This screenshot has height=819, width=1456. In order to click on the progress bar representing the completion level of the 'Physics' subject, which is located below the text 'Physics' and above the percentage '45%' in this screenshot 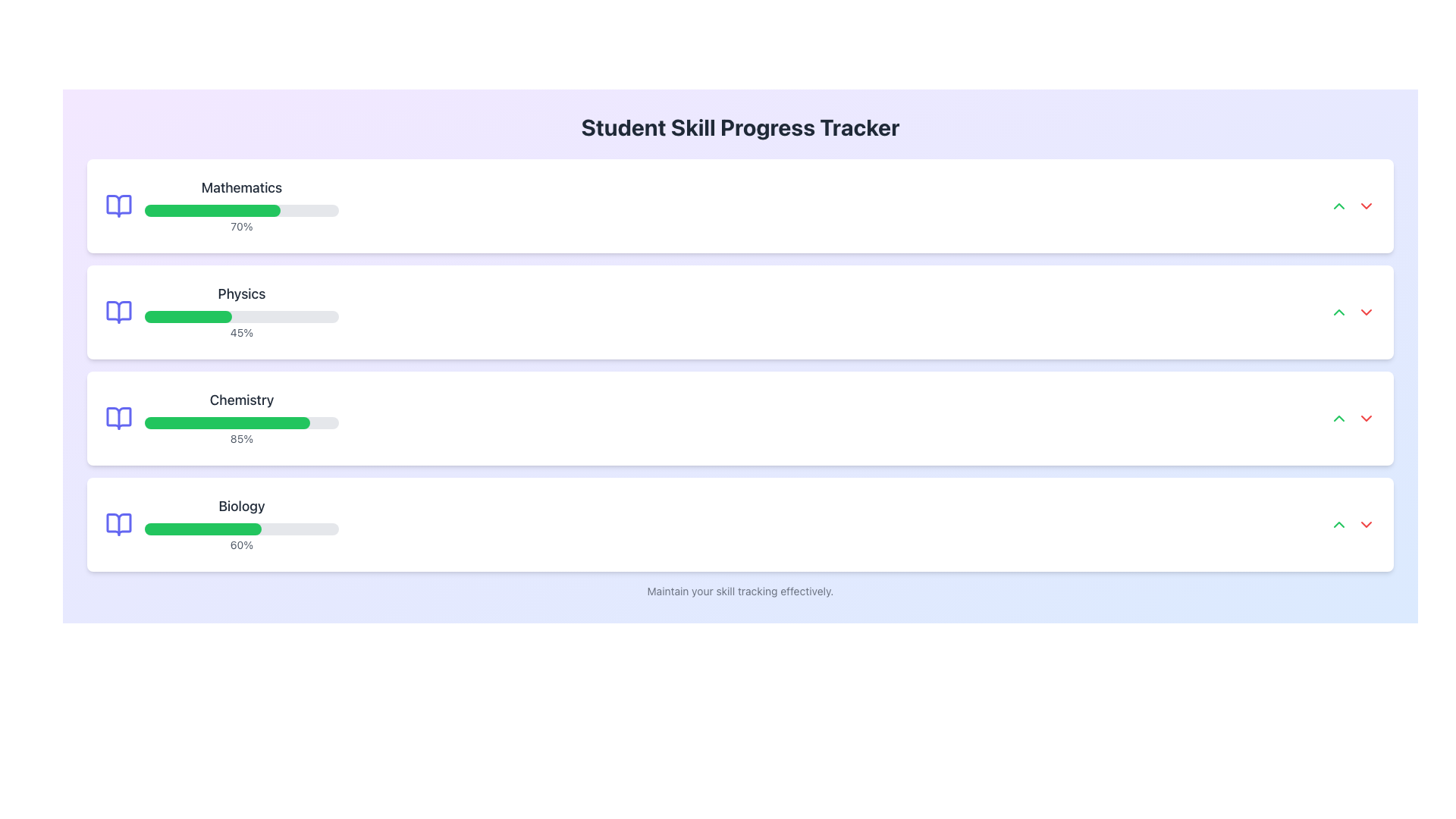, I will do `click(240, 315)`.